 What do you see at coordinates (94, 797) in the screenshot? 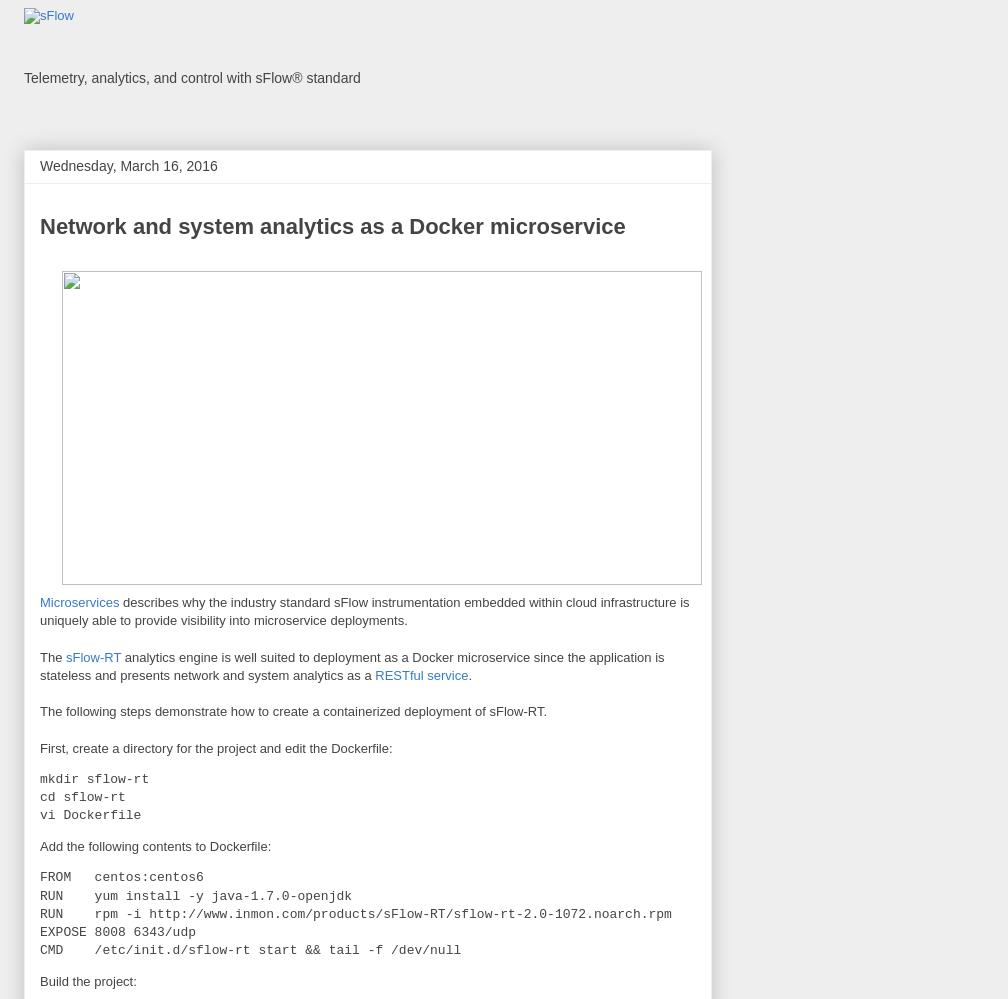
I see `'mkdir sflow-rt
cd sflow-rt
vi Dockerfile'` at bounding box center [94, 797].